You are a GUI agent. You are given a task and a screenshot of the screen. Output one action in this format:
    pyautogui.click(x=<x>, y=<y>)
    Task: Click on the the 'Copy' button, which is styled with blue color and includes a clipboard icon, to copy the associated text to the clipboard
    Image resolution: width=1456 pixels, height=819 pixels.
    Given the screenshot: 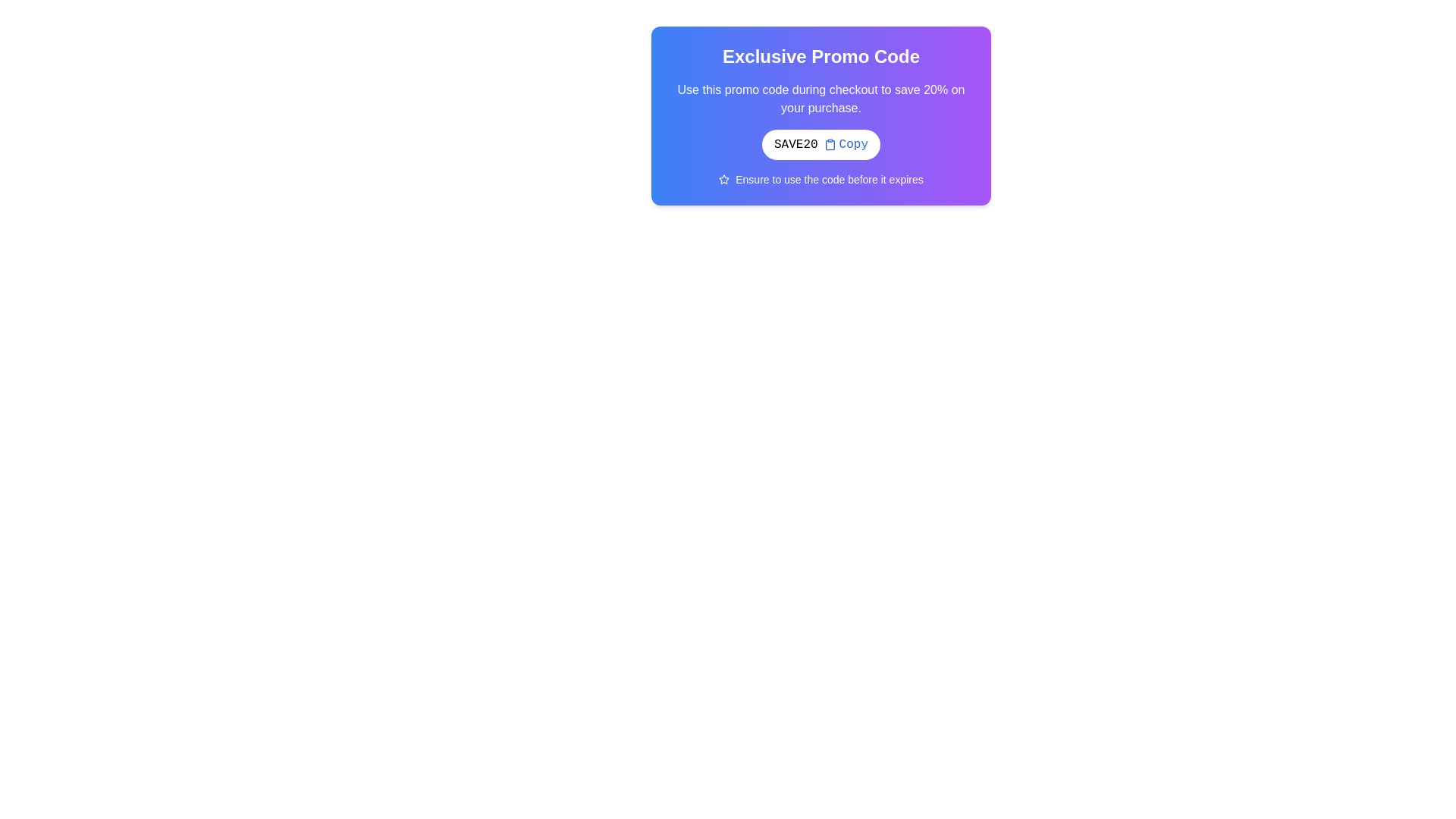 What is the action you would take?
    pyautogui.click(x=845, y=145)
    